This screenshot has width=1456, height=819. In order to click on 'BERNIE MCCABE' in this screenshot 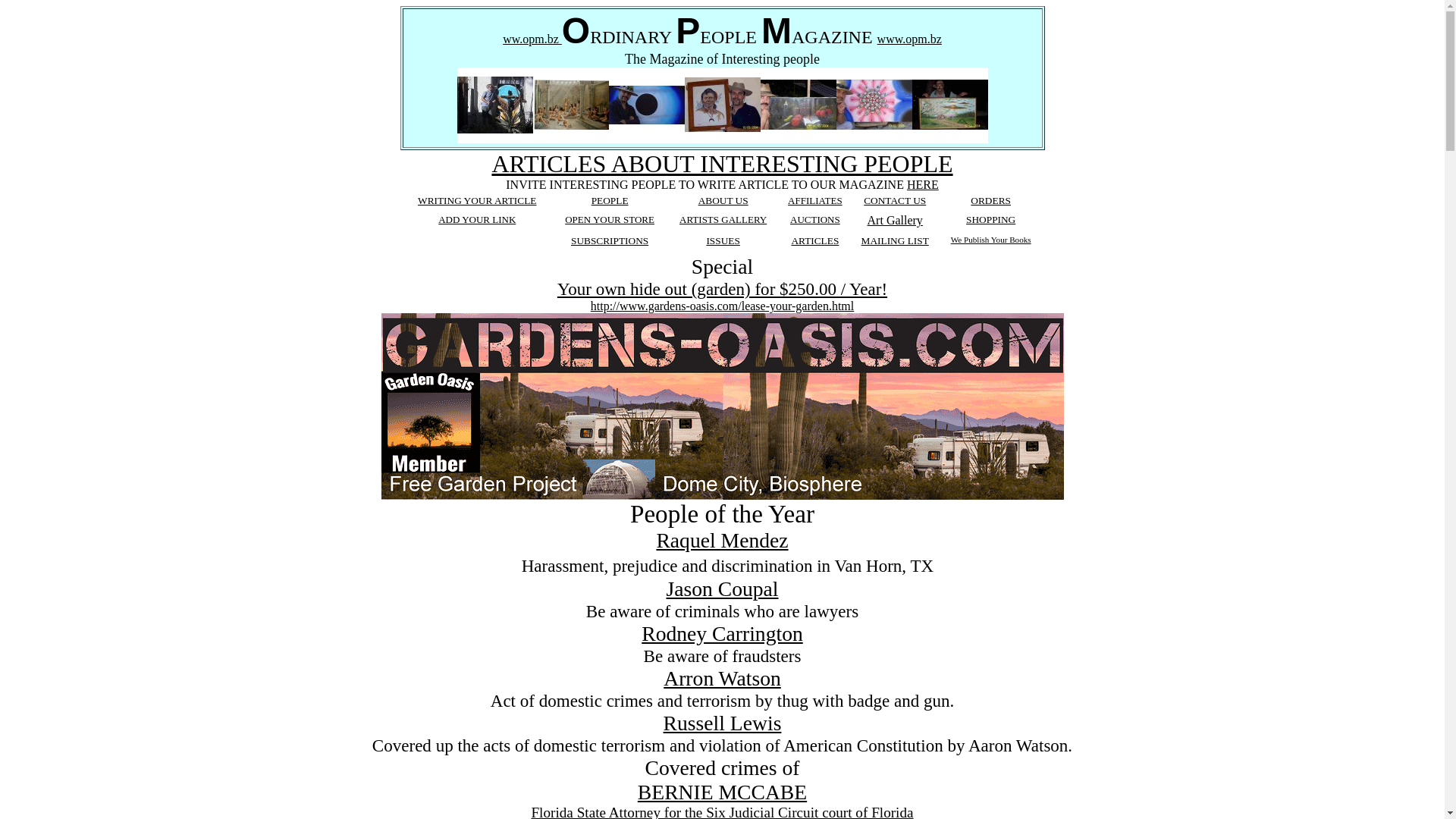, I will do `click(637, 791)`.